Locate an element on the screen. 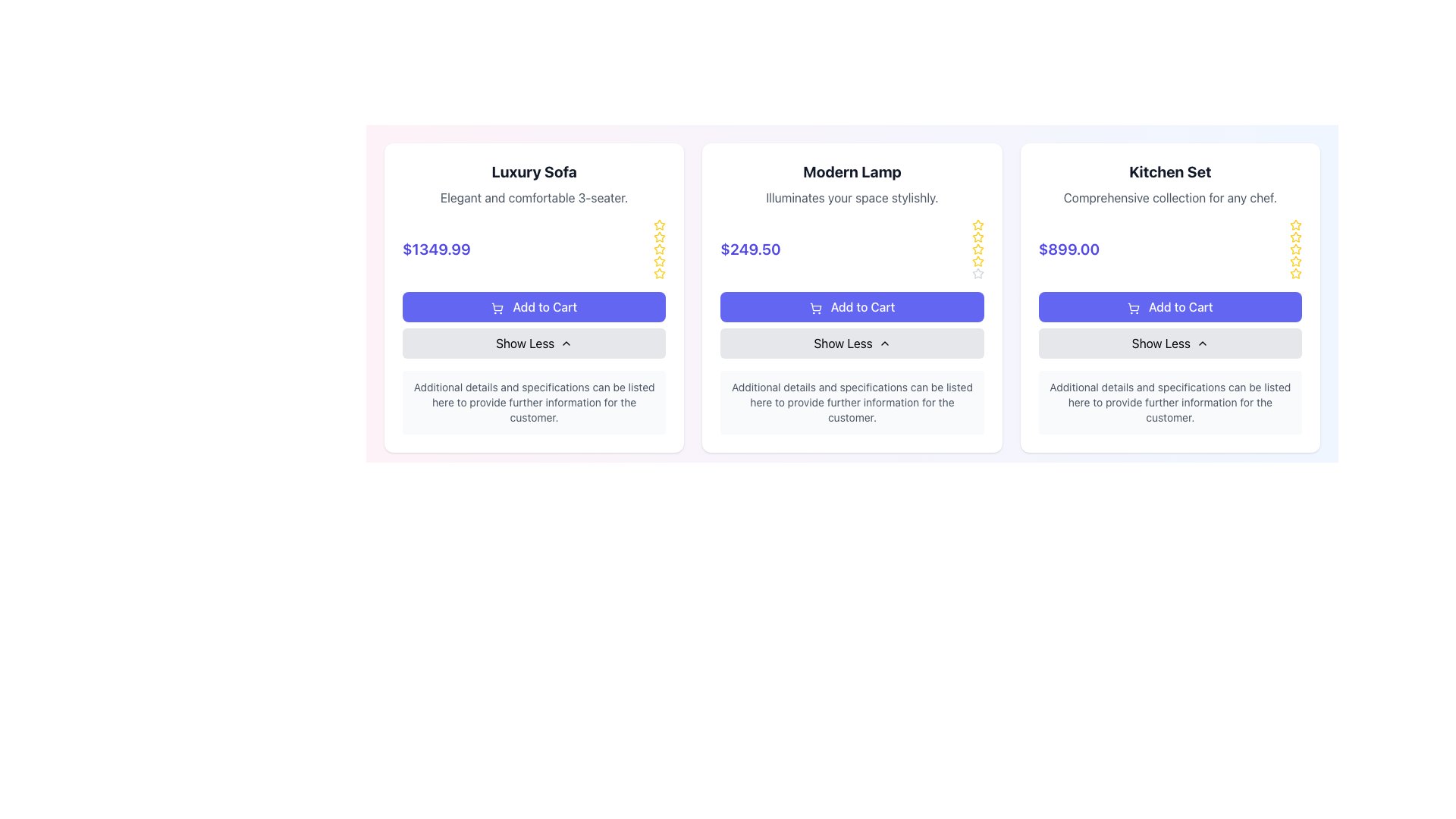 The image size is (1456, 819). the fifth star-shaped icon, which is yellow with a hollow center, located in the top right corner of the 'Kitchen Set' card is located at coordinates (1294, 273).